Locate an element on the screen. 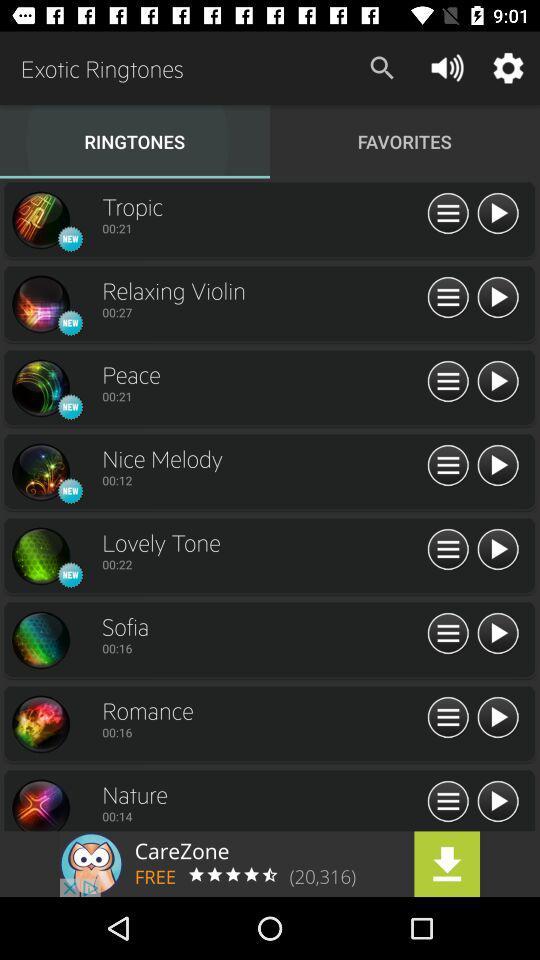 The width and height of the screenshot is (540, 960). see menu options is located at coordinates (448, 550).